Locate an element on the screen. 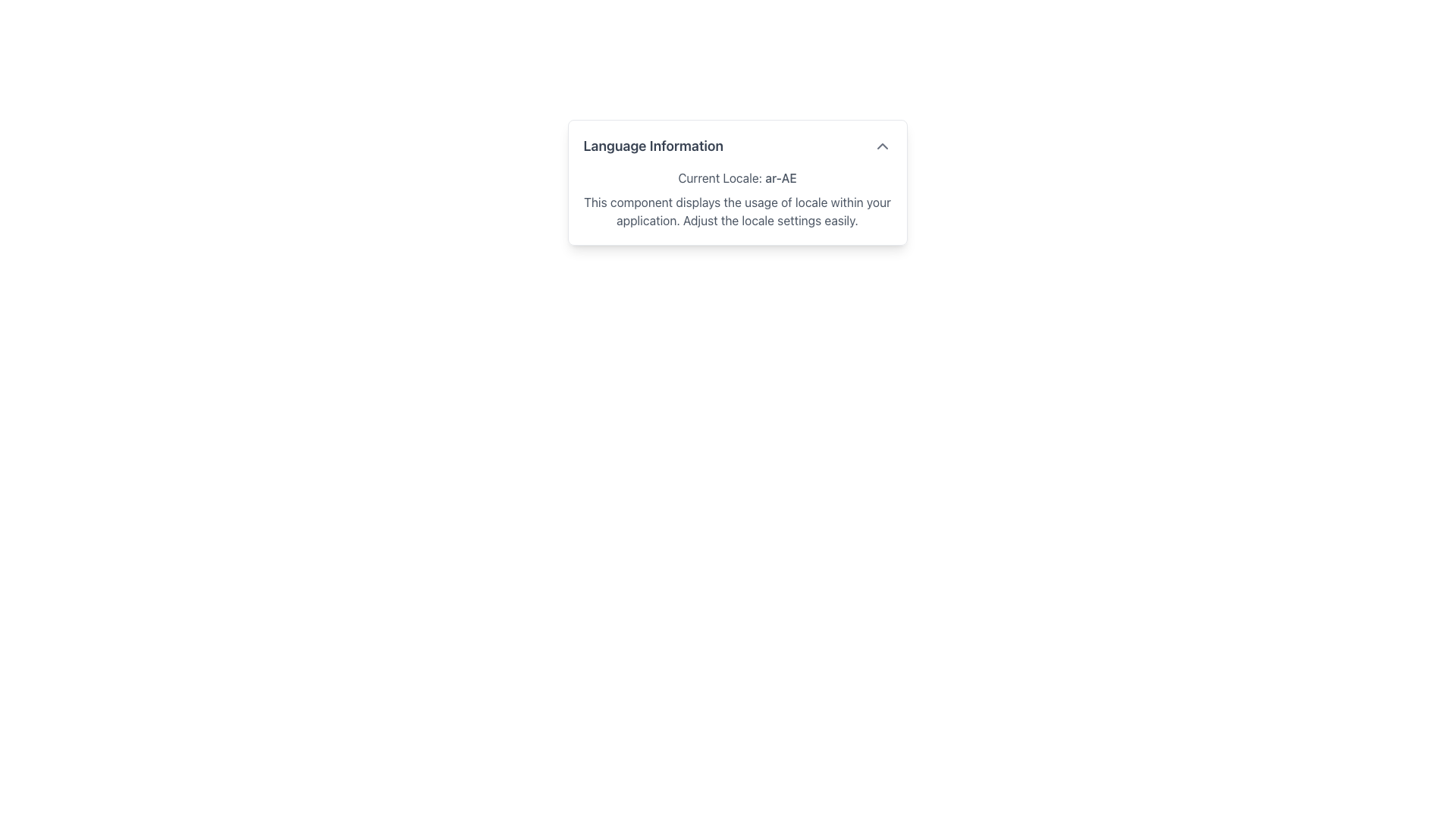  the informational Text Block that provides details about locale settings, located in the 'Language Information' card below 'Current Locale: ar-AE' is located at coordinates (737, 211).